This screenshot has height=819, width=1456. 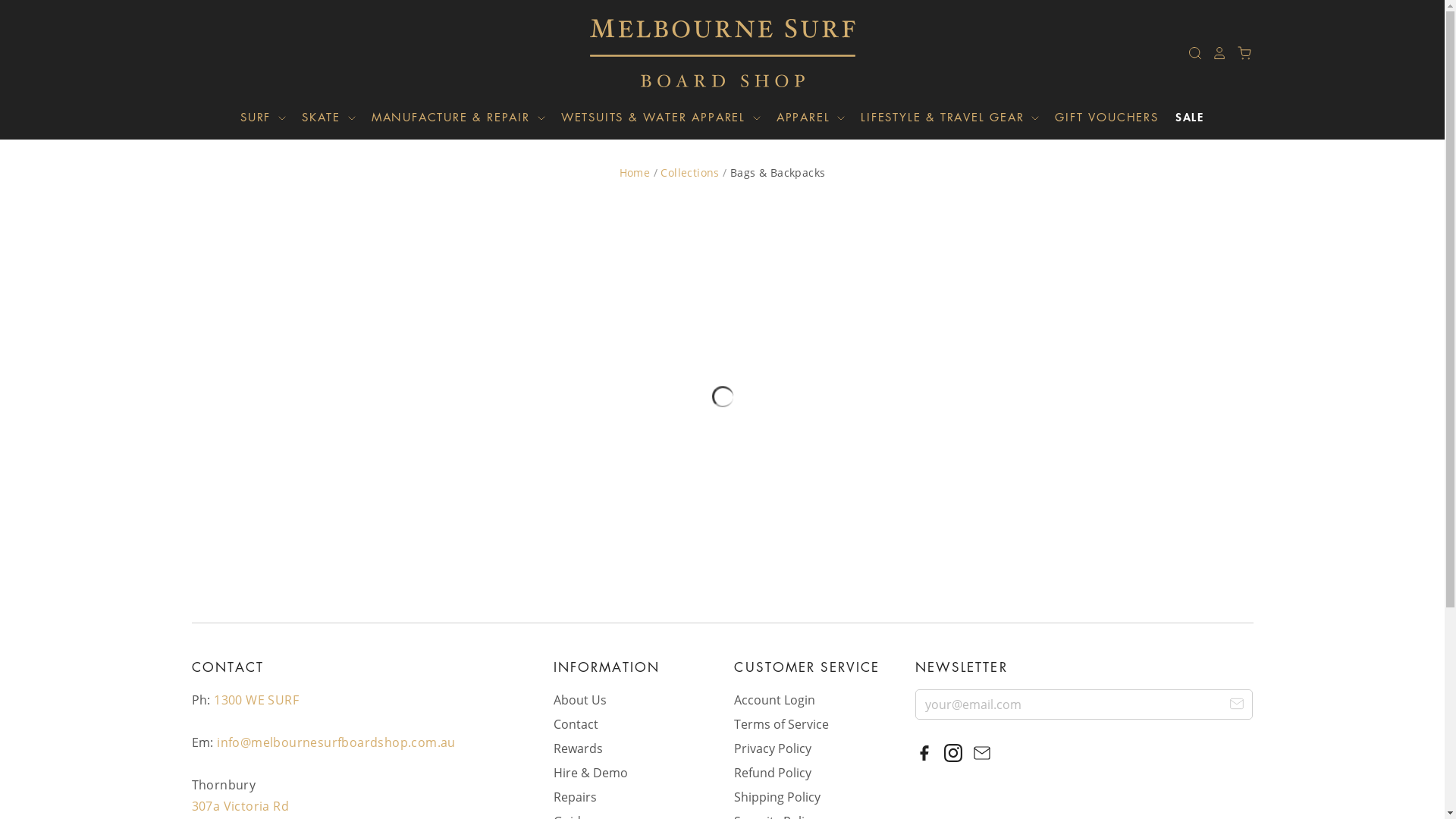 What do you see at coordinates (1037, 116) in the screenshot?
I see `'GIFT VOUCHERS'` at bounding box center [1037, 116].